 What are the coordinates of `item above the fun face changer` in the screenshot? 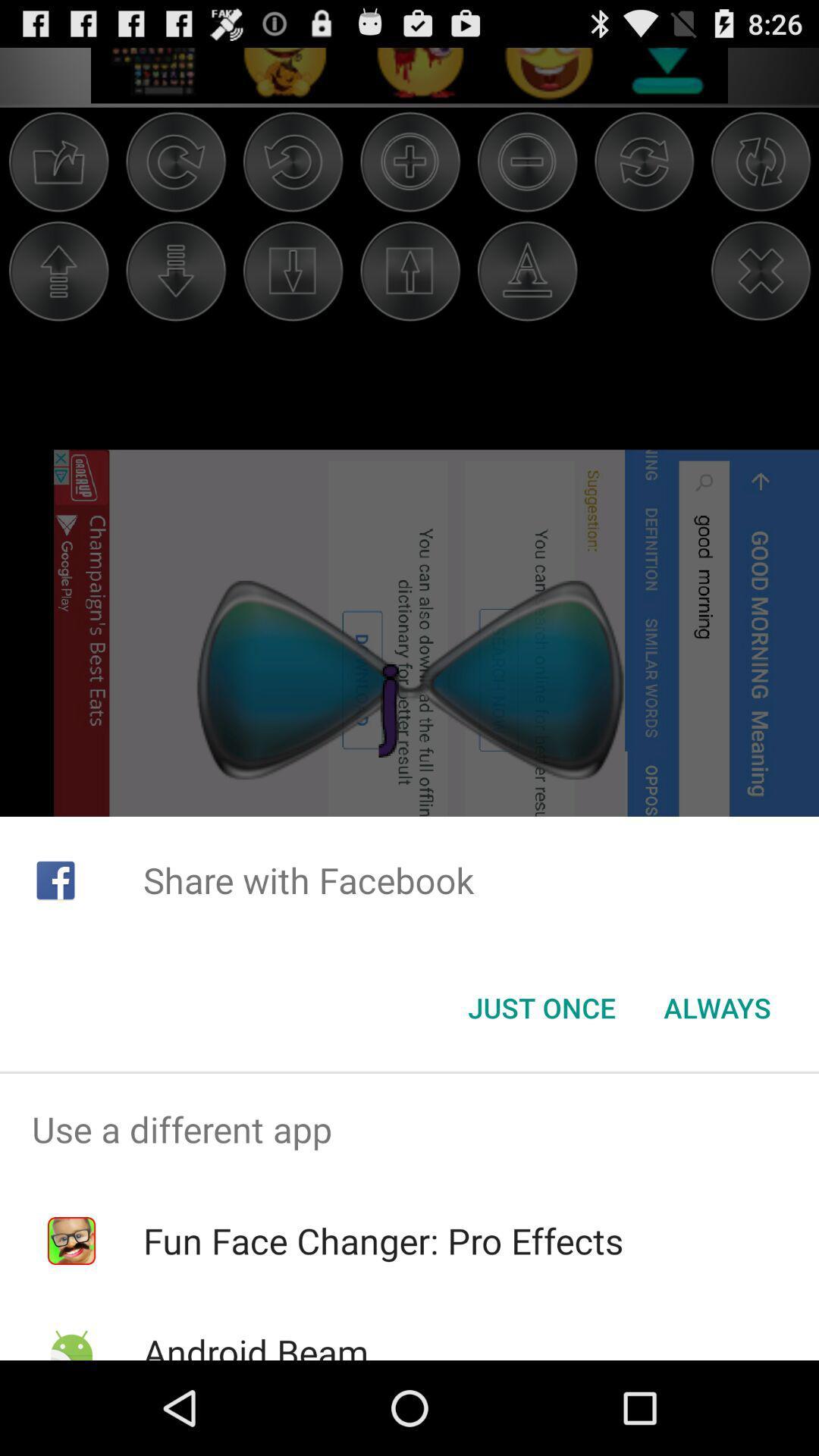 It's located at (409, 1129).